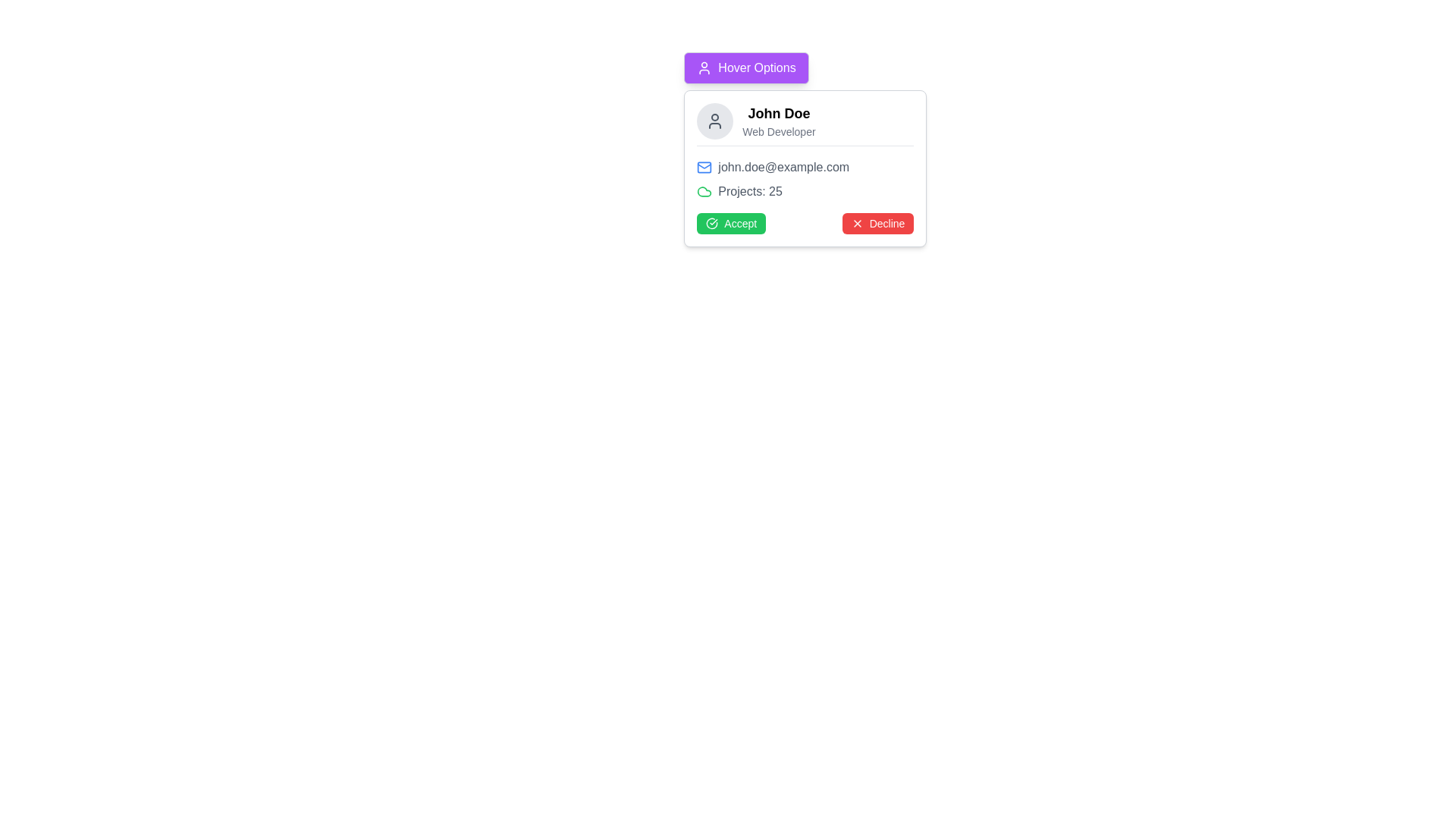 This screenshot has height=819, width=1456. What do you see at coordinates (746, 67) in the screenshot?
I see `the 'Hover Options' button with a purple background and user icon` at bounding box center [746, 67].